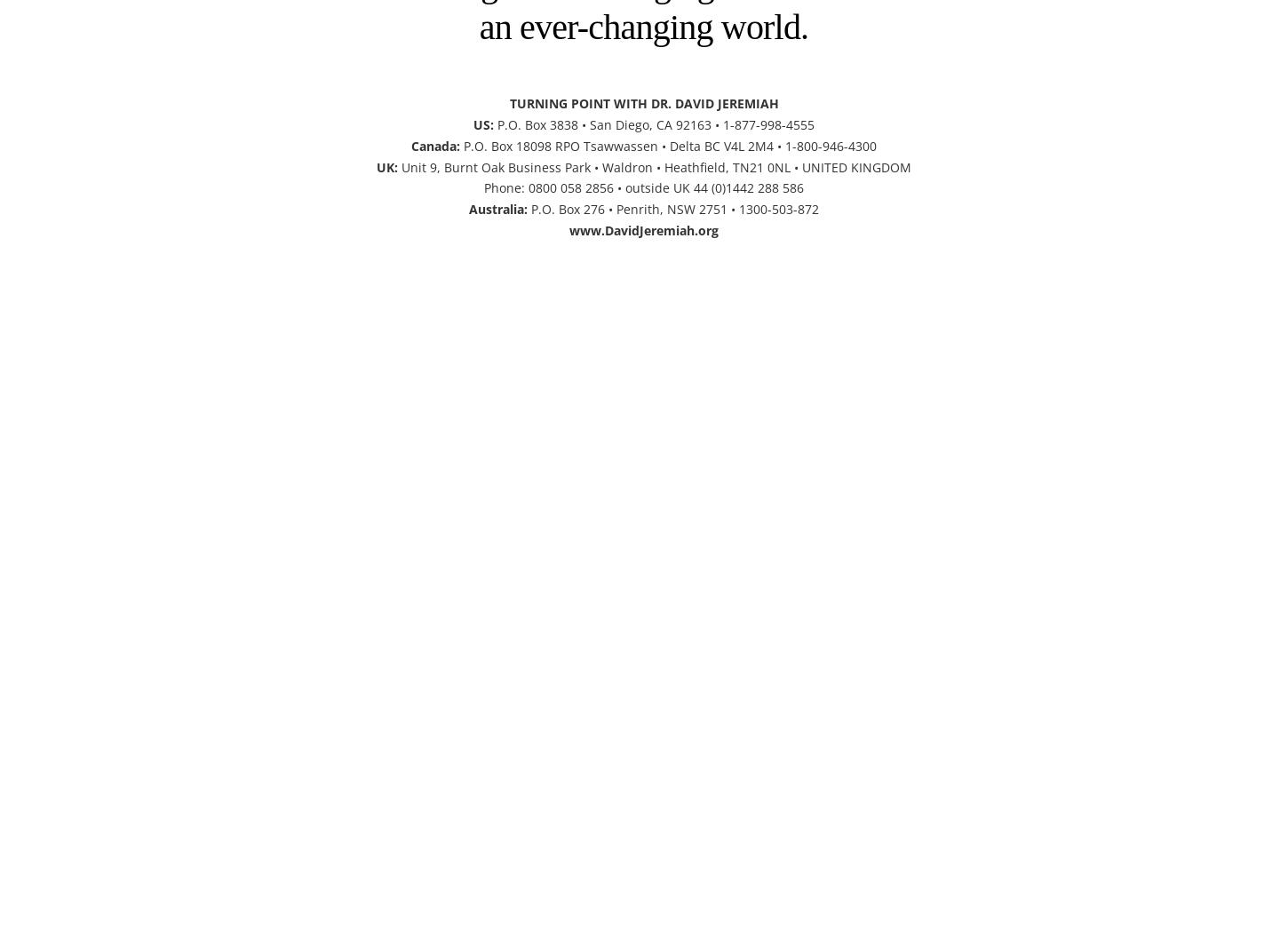 Image resolution: width=1288 pixels, height=930 pixels. Describe the element at coordinates (528, 208) in the screenshot. I see `'P.O. Box 276 • Penrith, NSW 2751 • 1300-503-872'` at that location.